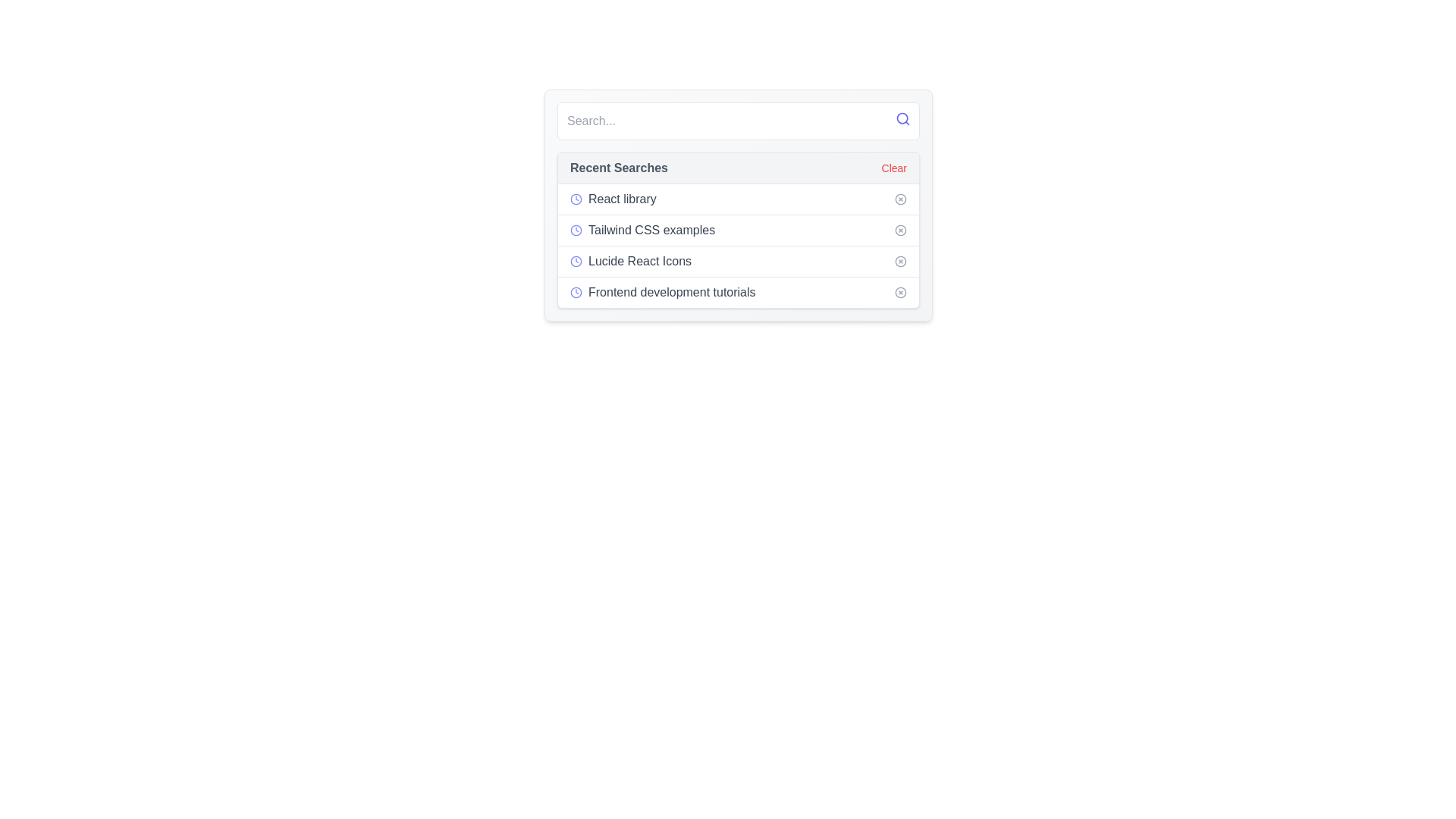 Image resolution: width=1456 pixels, height=819 pixels. Describe the element at coordinates (901, 260) in the screenshot. I see `the circular graphic element that indicates a close or cancel action, located adjacent to the text 'Lucide React Icons'` at that location.